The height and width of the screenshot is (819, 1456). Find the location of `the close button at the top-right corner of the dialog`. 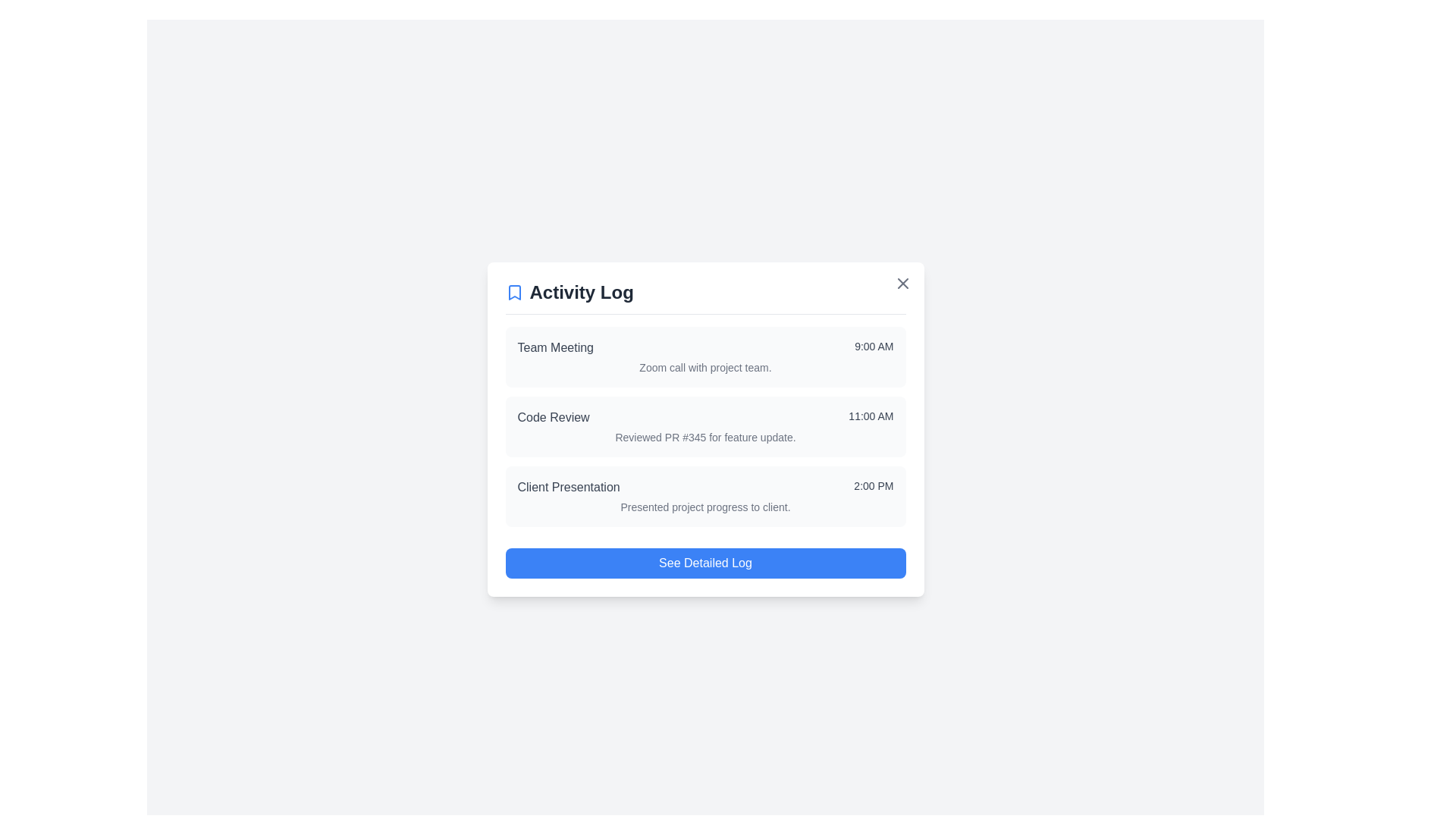

the close button at the top-right corner of the dialog is located at coordinates (902, 283).